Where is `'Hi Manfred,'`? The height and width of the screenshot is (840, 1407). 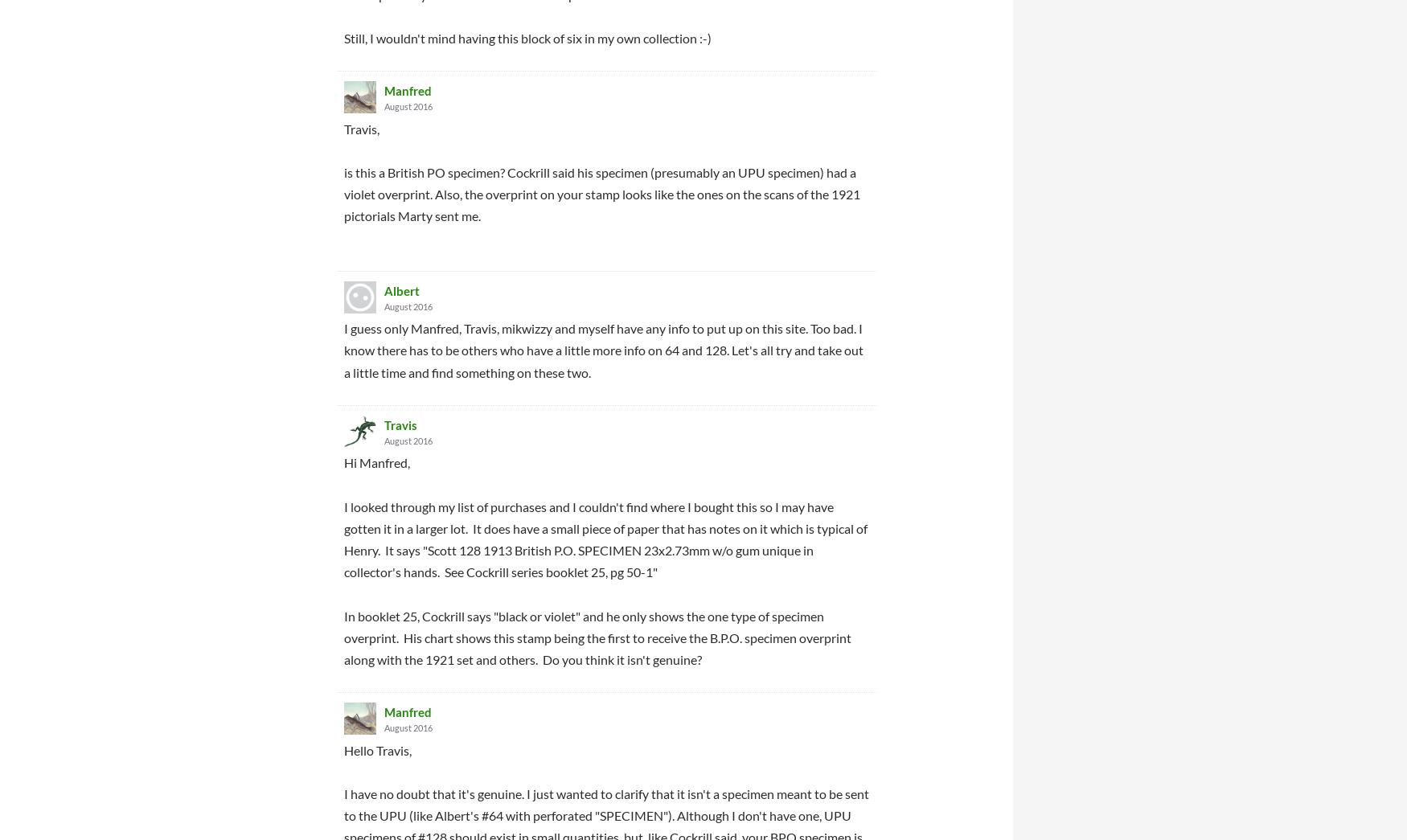 'Hi Manfred,' is located at coordinates (377, 462).